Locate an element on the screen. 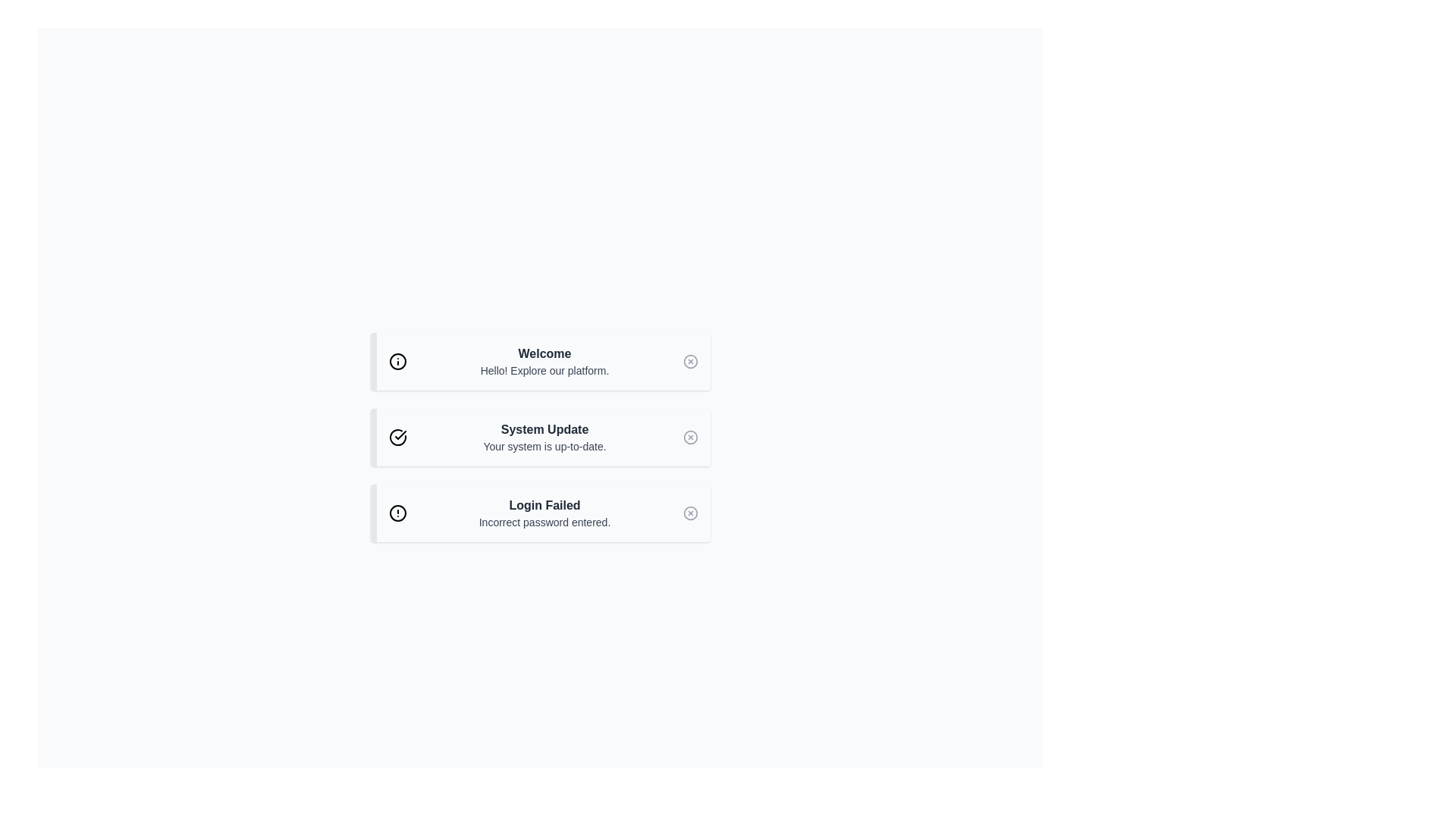 The width and height of the screenshot is (1456, 819). the error message in the informational alert box indicating that the entered password is incorrect by clicking on it is located at coordinates (540, 513).